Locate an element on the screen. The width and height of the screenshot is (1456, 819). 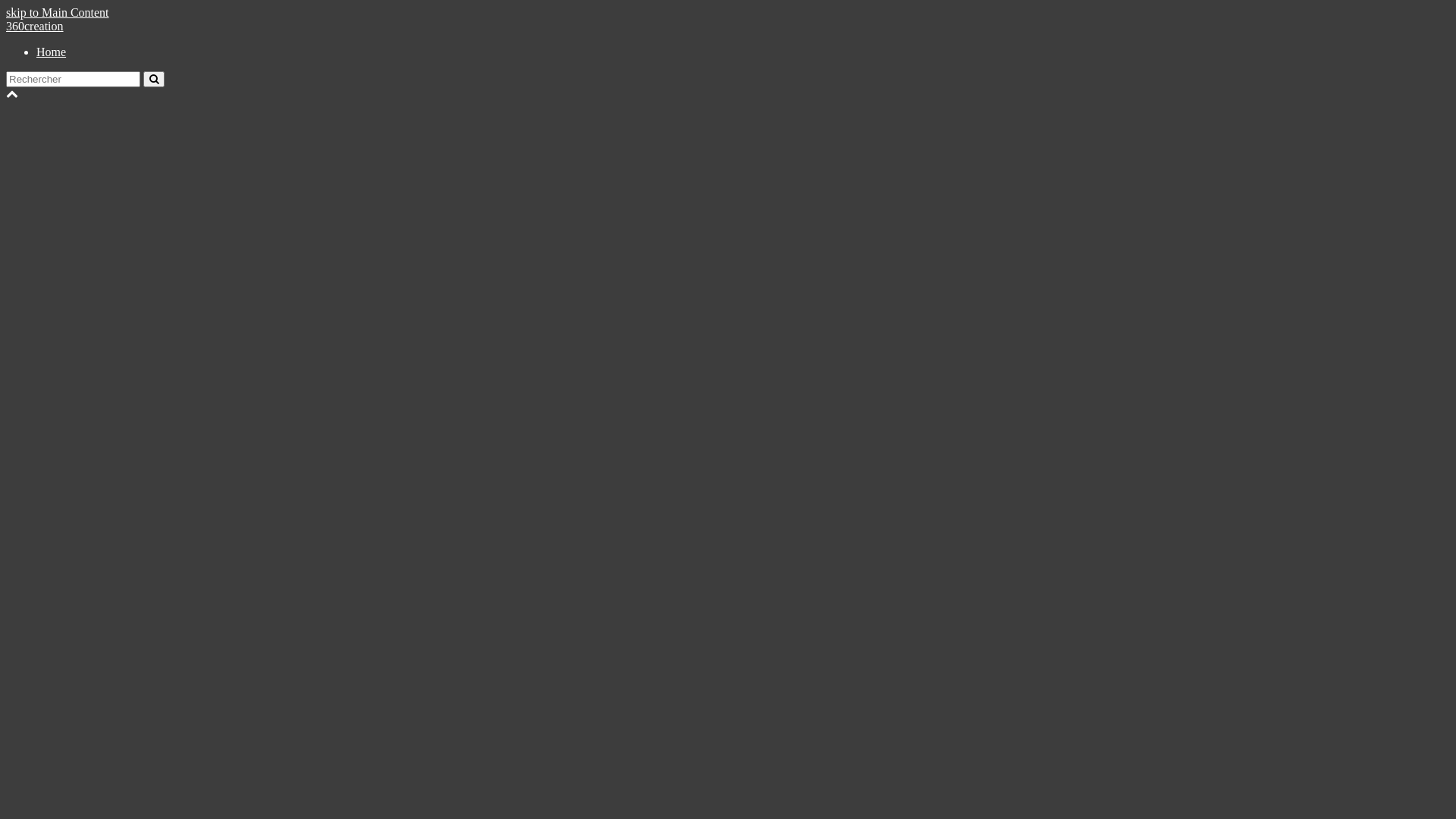
'skip to Main Content' is located at coordinates (58, 12).